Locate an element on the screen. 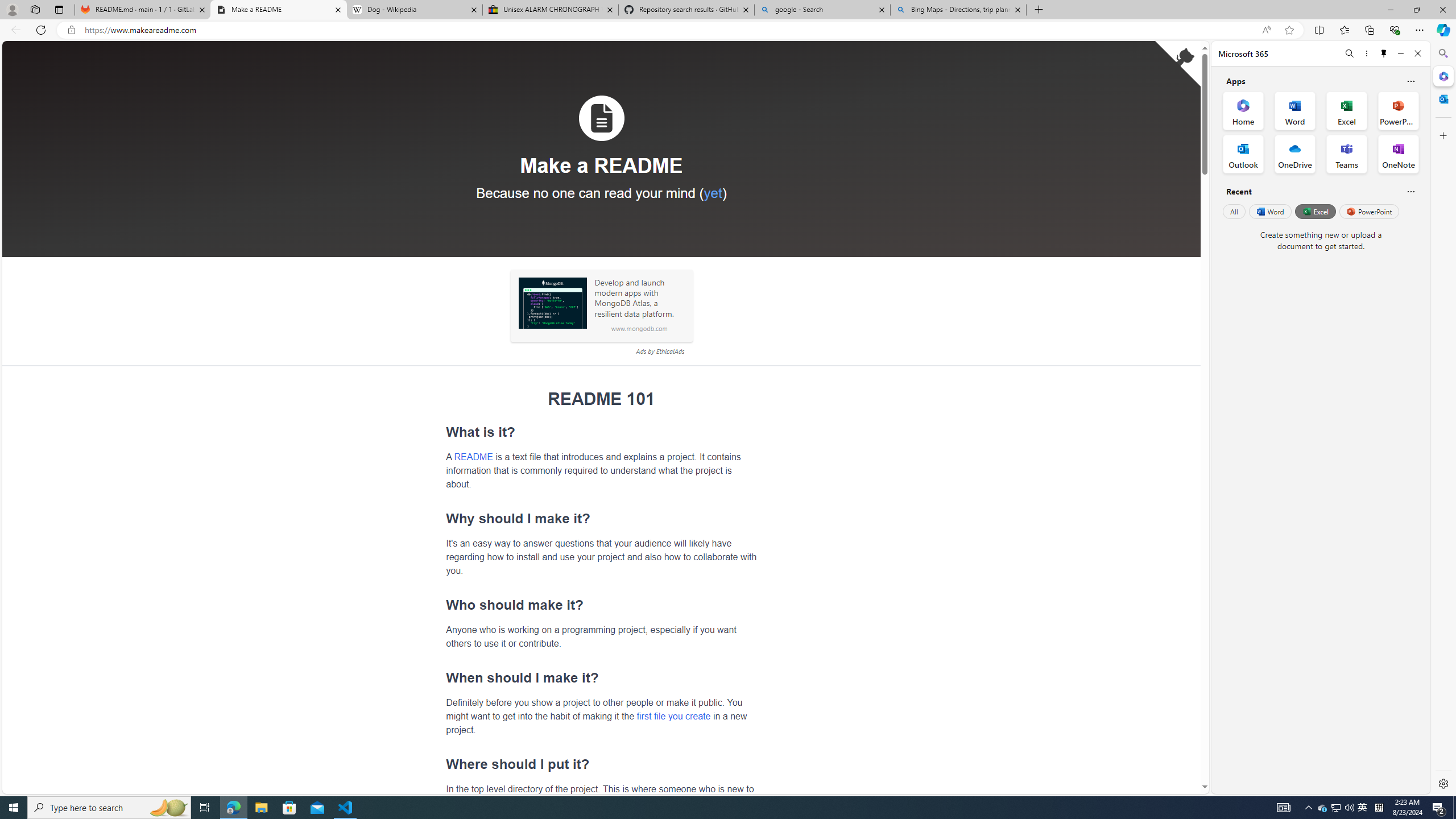  'OneDrive Office App' is located at coordinates (1294, 154).